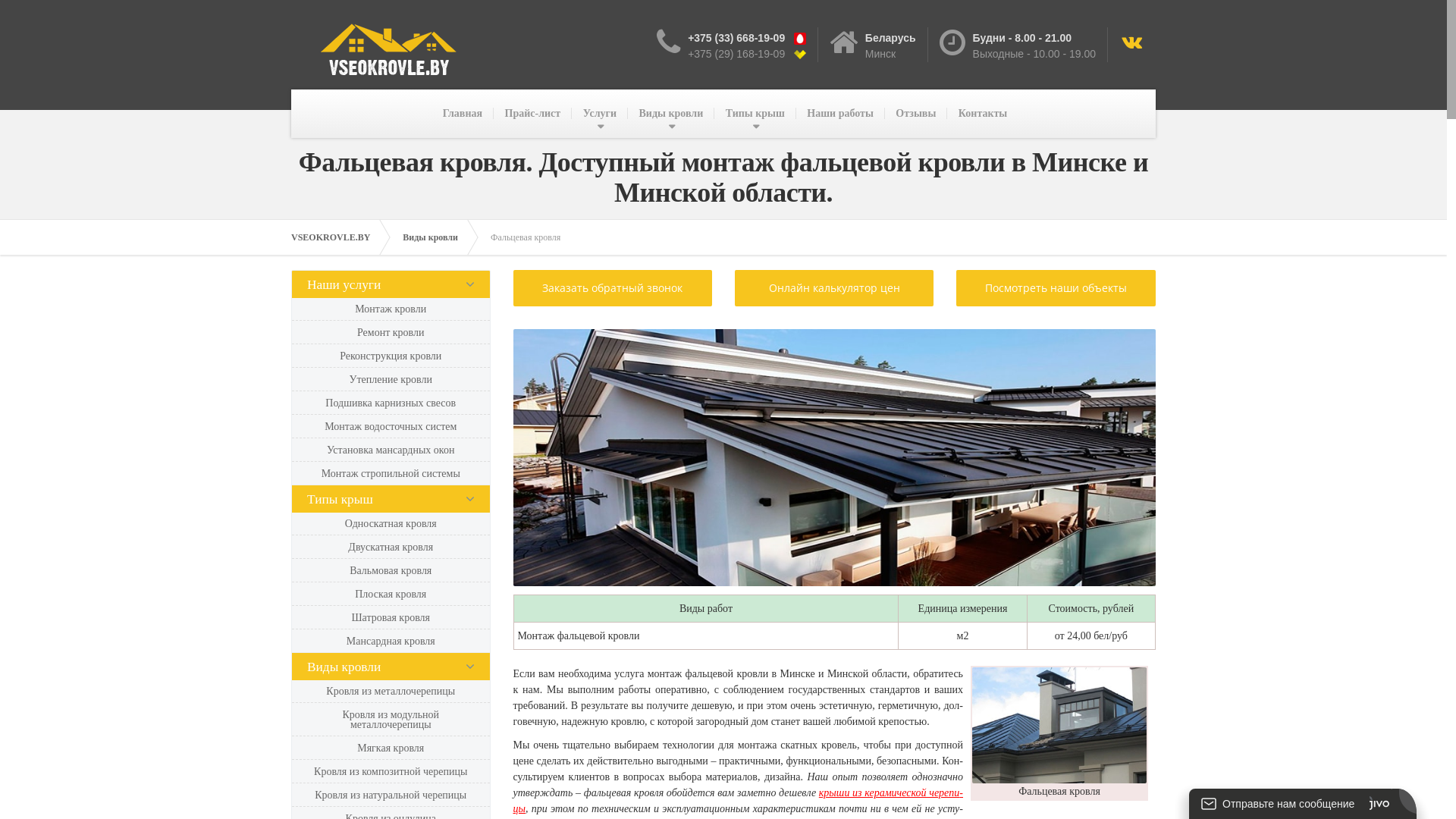 The image size is (1456, 819). What do you see at coordinates (337, 237) in the screenshot?
I see `'VSEOKROVLE.BY'` at bounding box center [337, 237].